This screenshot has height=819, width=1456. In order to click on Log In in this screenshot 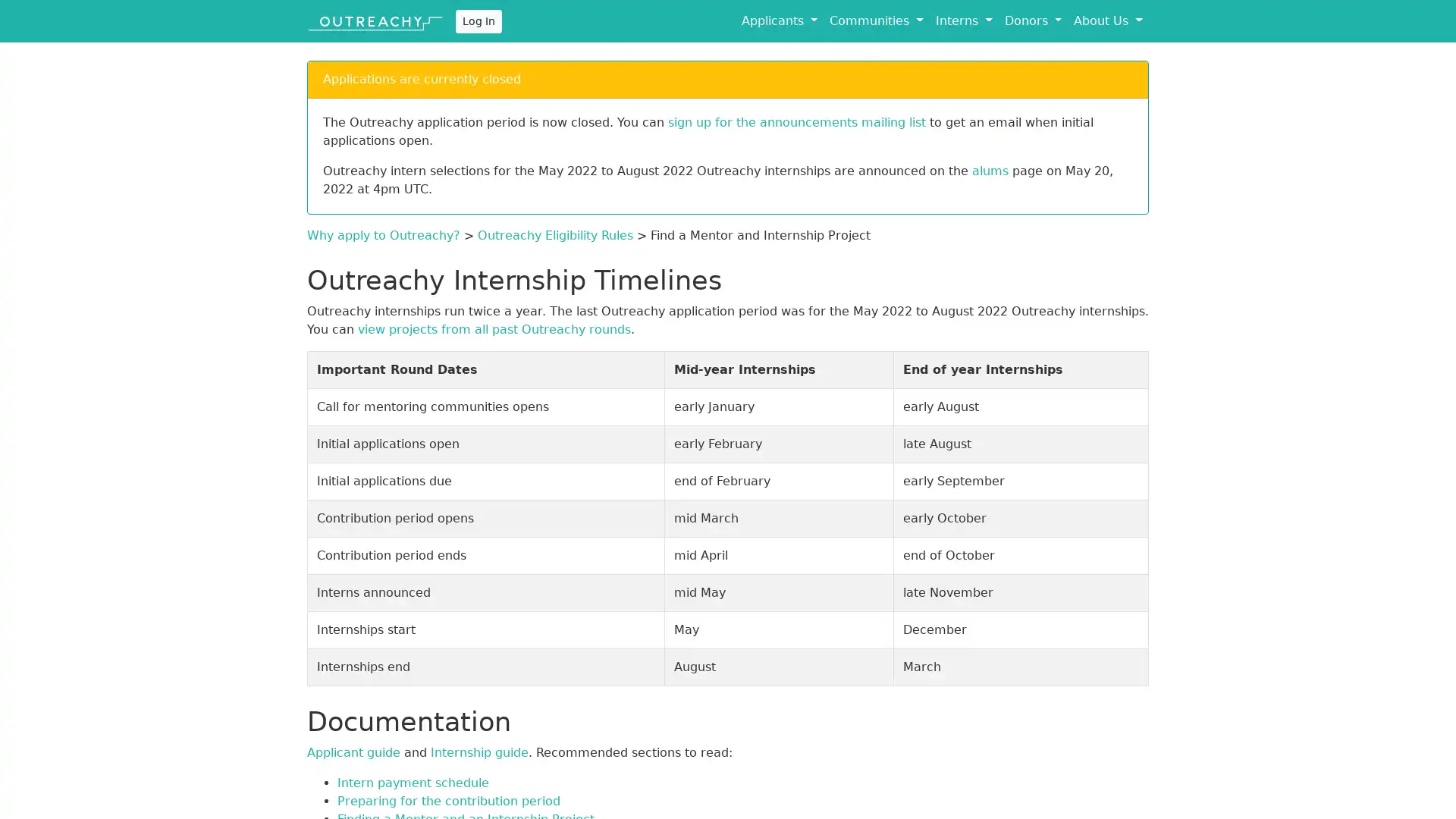, I will do `click(478, 20)`.